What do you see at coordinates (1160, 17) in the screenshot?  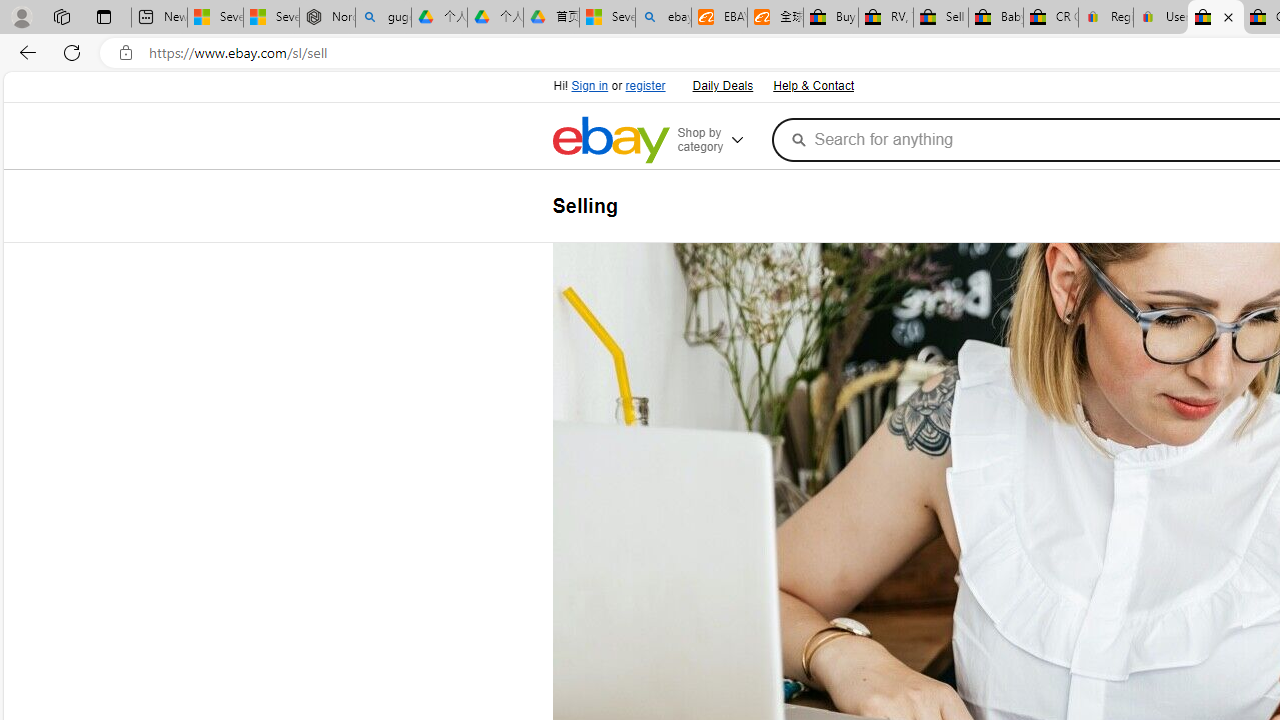 I see `'User Privacy Notice | eBay'` at bounding box center [1160, 17].